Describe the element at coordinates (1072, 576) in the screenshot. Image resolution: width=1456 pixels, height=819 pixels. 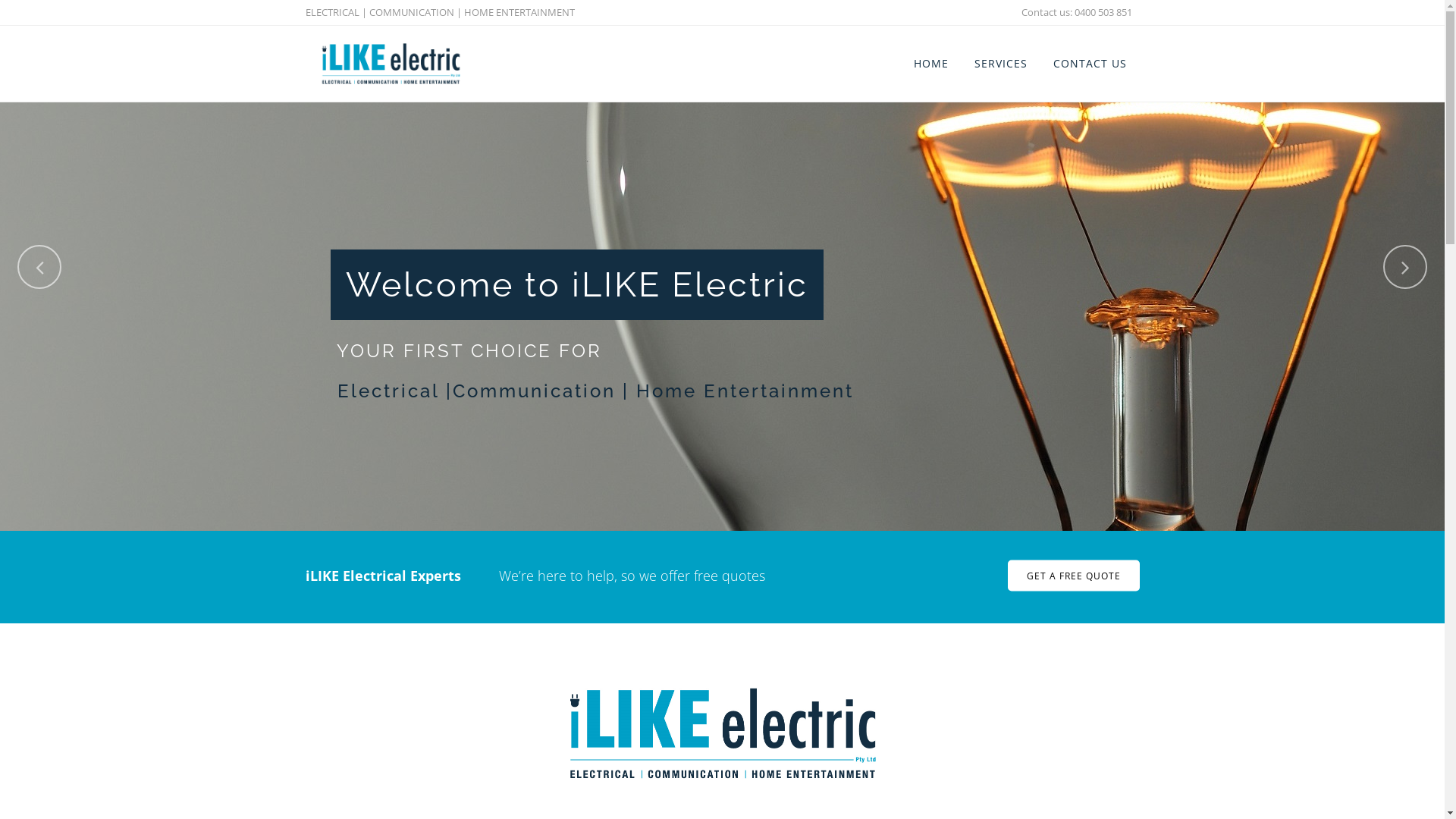
I see `'GET A FREE QUOTE'` at that location.